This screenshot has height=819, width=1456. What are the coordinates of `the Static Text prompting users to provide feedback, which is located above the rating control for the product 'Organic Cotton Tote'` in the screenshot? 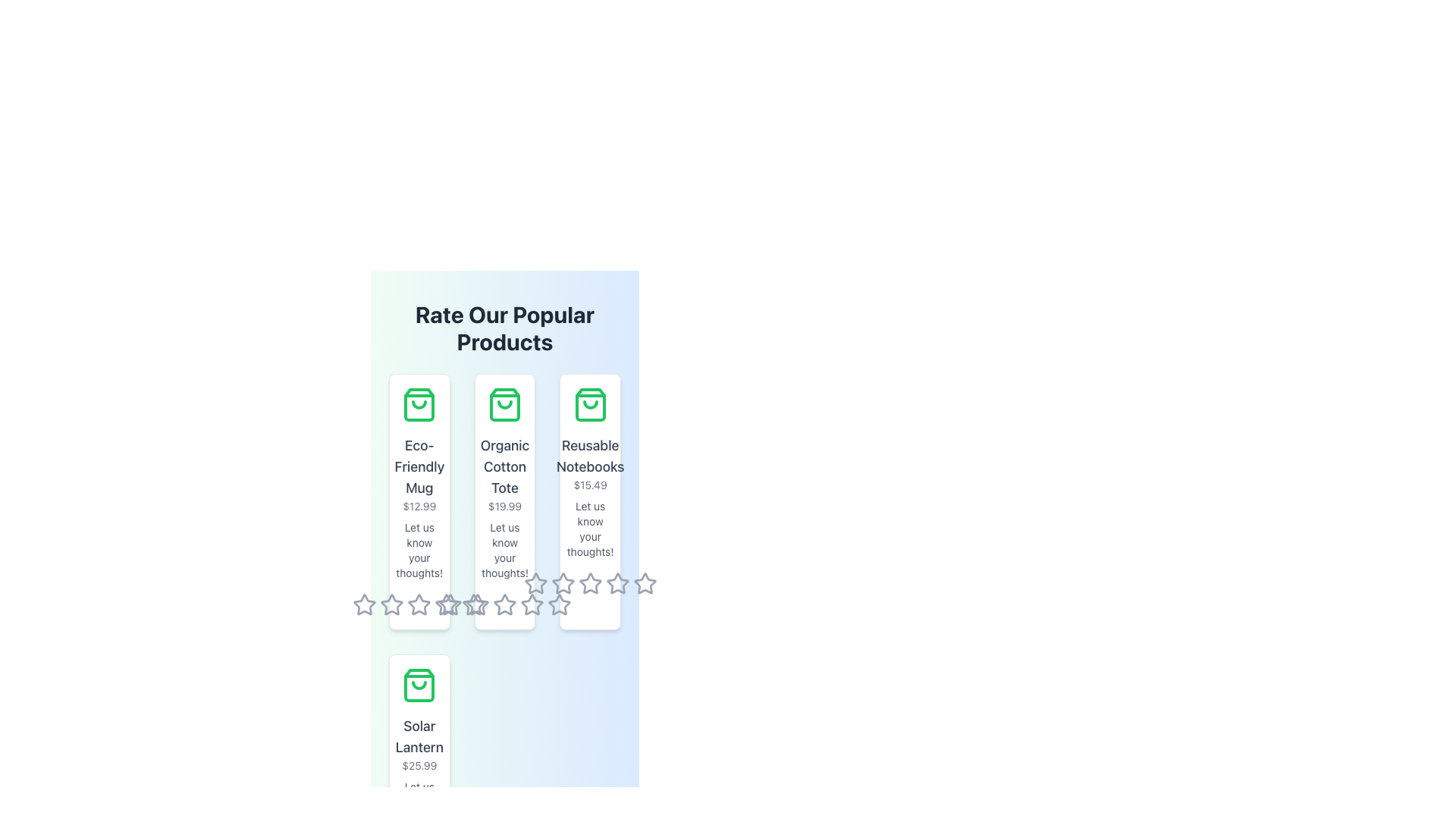 It's located at (505, 550).